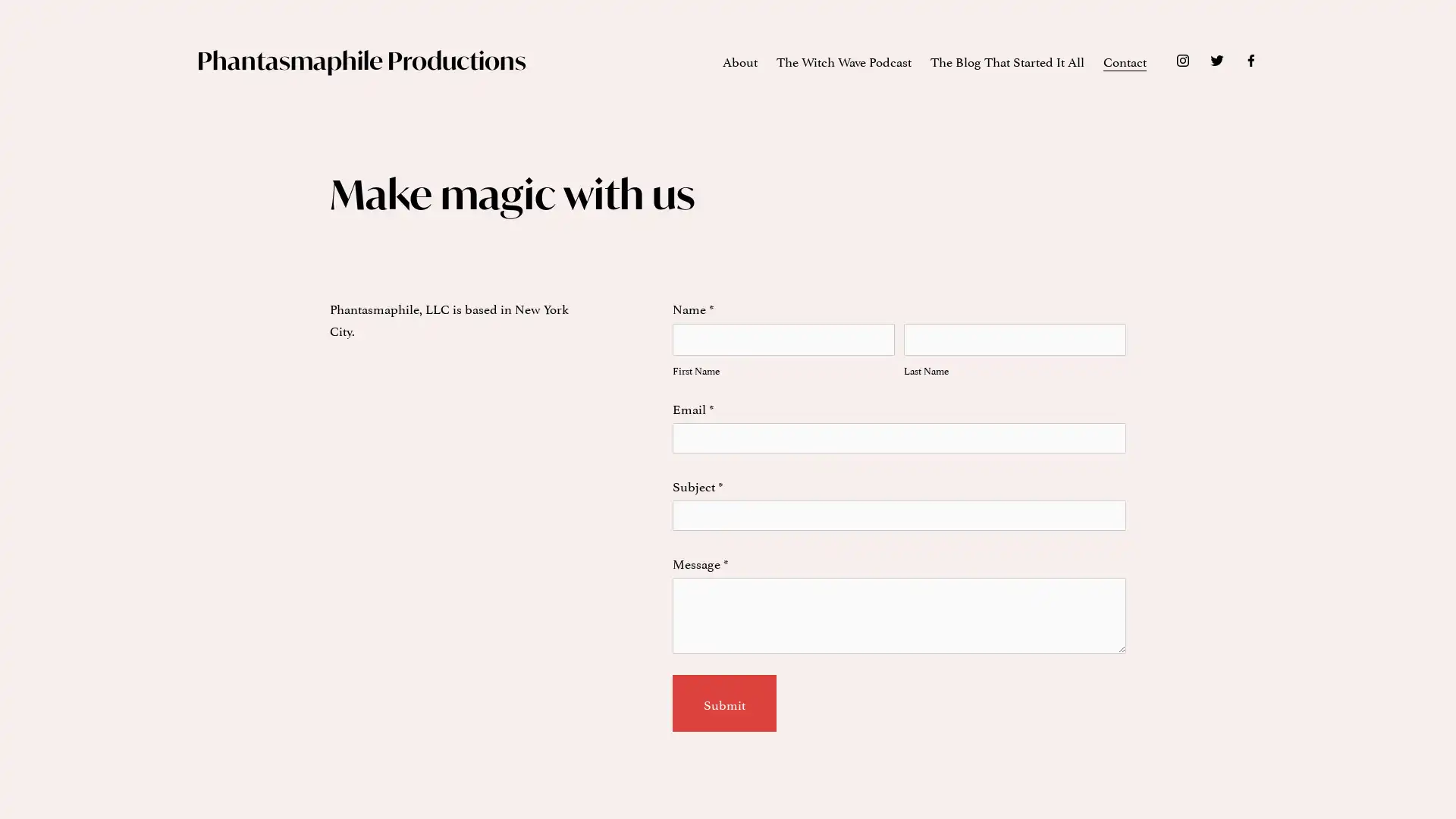 The image size is (1456, 819). I want to click on Submit, so click(723, 703).